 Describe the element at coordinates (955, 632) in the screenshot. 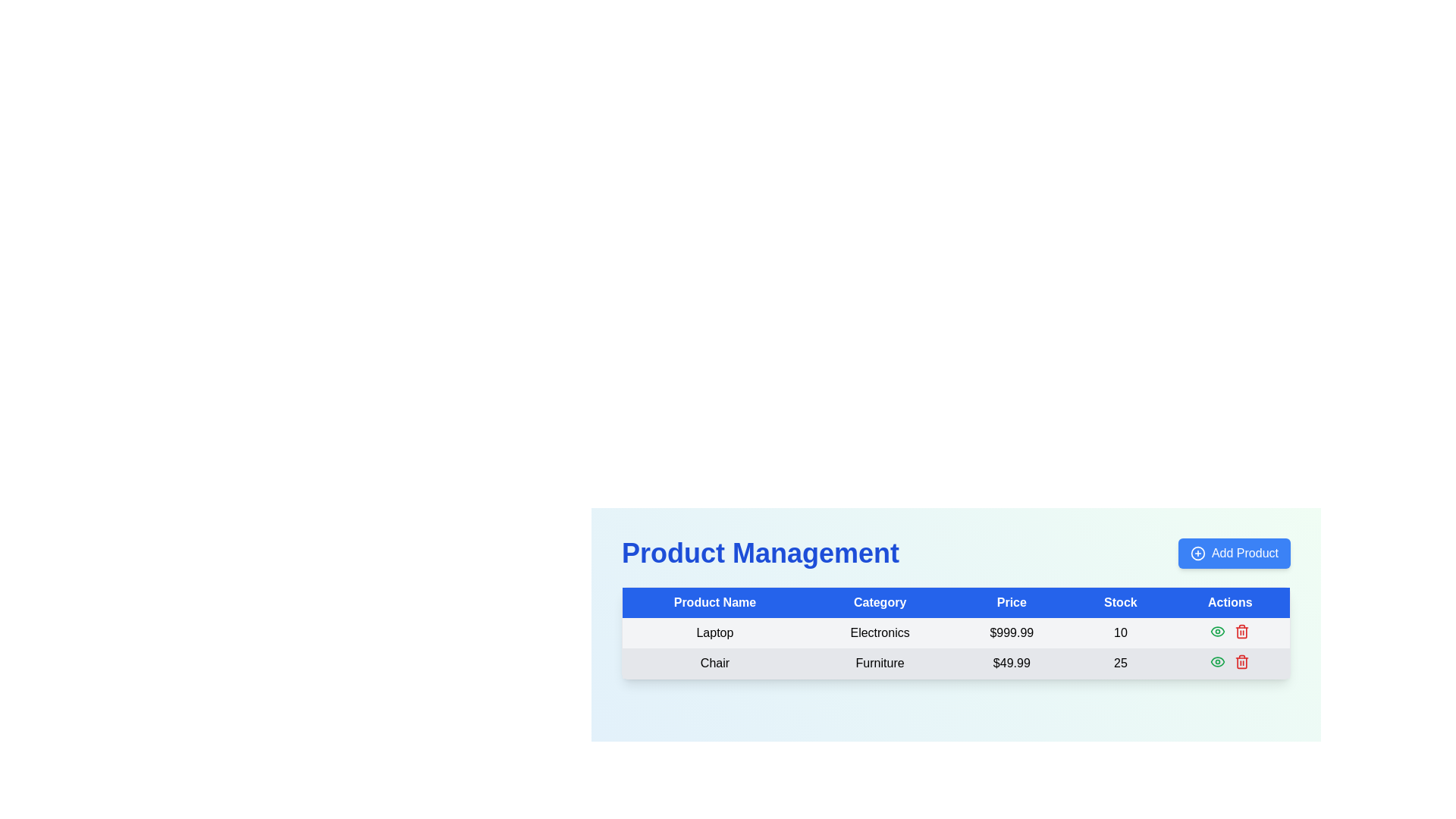

I see `the first product entry row in the table` at that location.